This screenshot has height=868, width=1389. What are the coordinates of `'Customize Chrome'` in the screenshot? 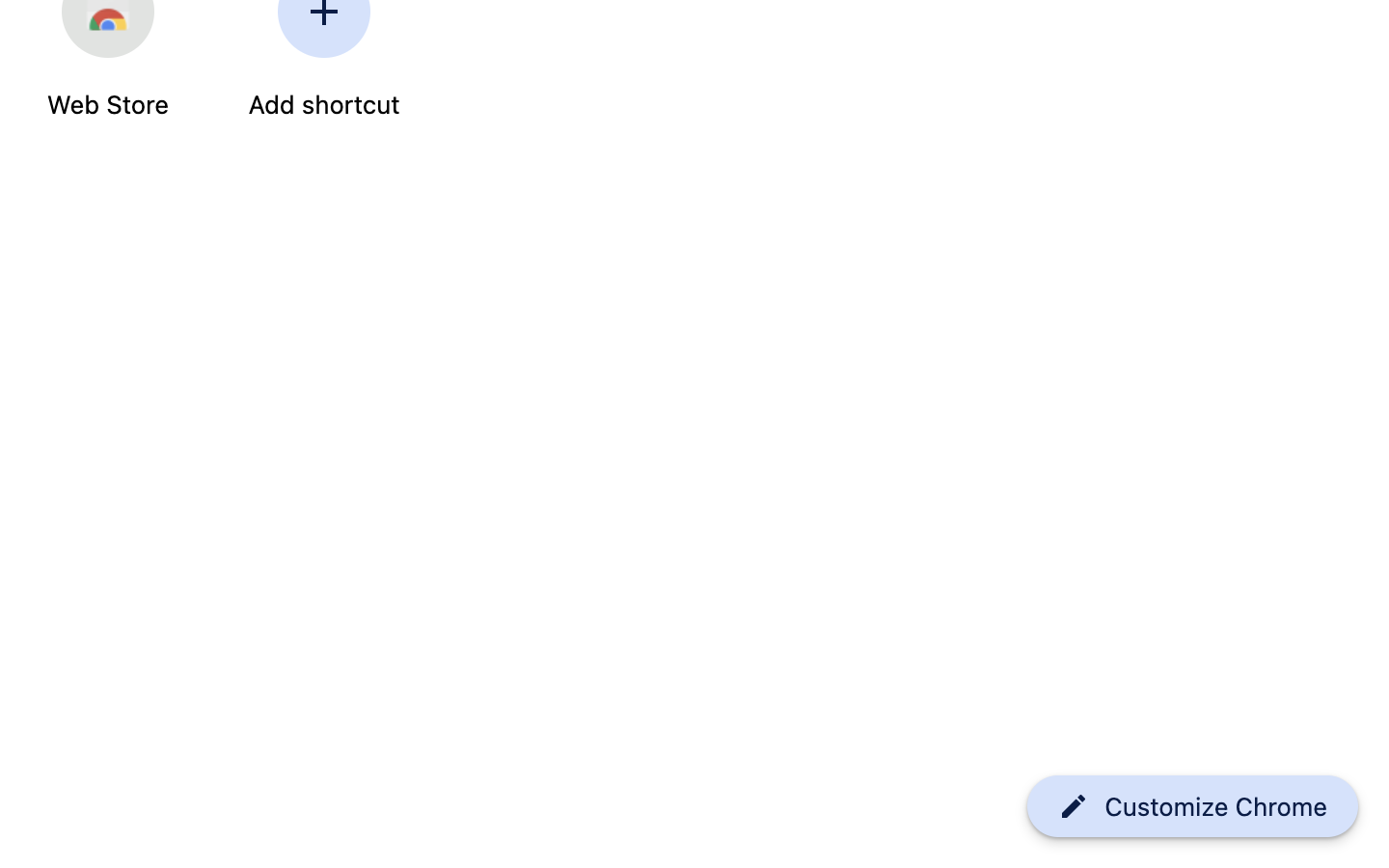 It's located at (1216, 807).